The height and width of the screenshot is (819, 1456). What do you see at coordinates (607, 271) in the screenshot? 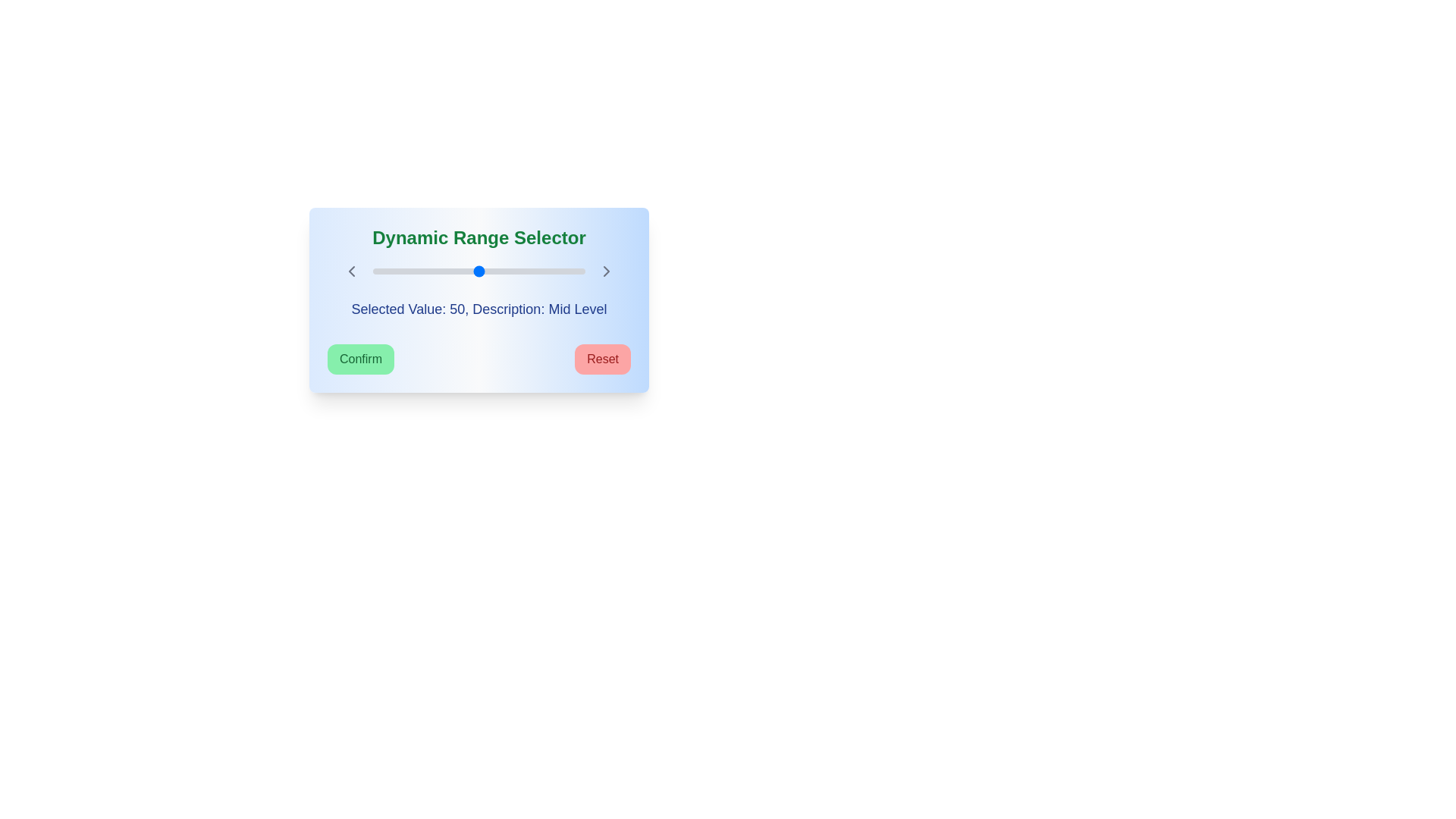
I see `the chevron right arrow SVG icon, which is used for navigation in the control panel` at bounding box center [607, 271].